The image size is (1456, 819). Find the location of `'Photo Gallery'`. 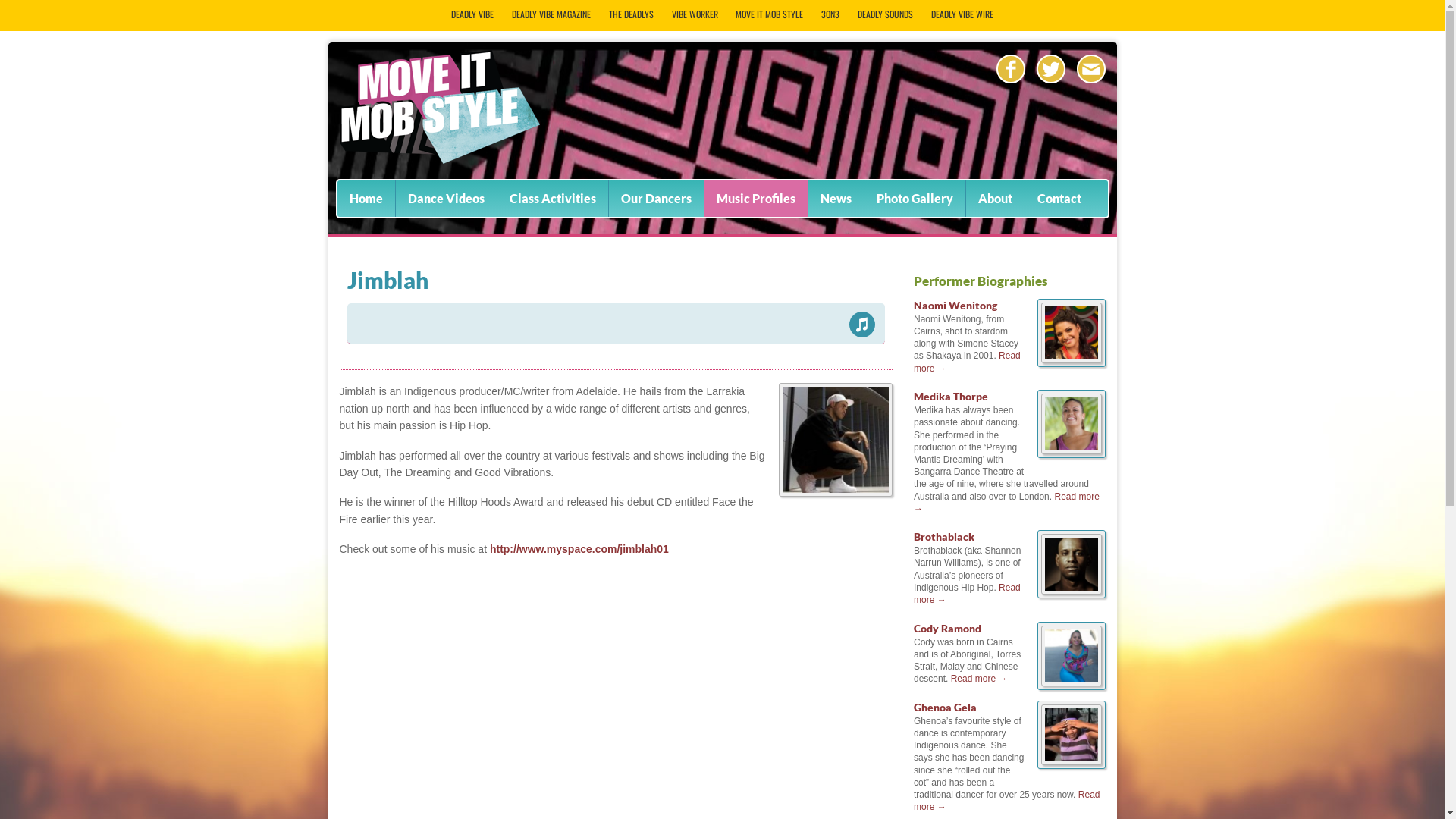

'Photo Gallery' is located at coordinates (914, 198).